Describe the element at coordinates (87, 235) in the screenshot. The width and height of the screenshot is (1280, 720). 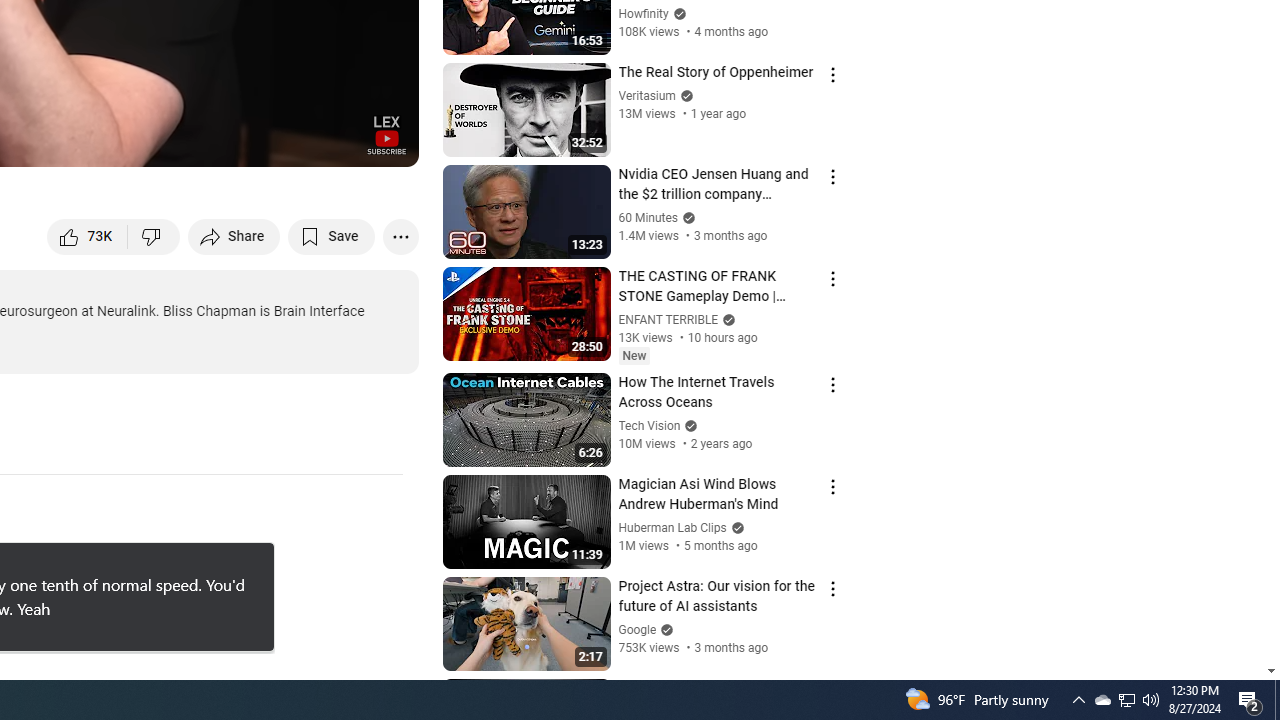
I see `'like this video along with 73,133 other people'` at that location.